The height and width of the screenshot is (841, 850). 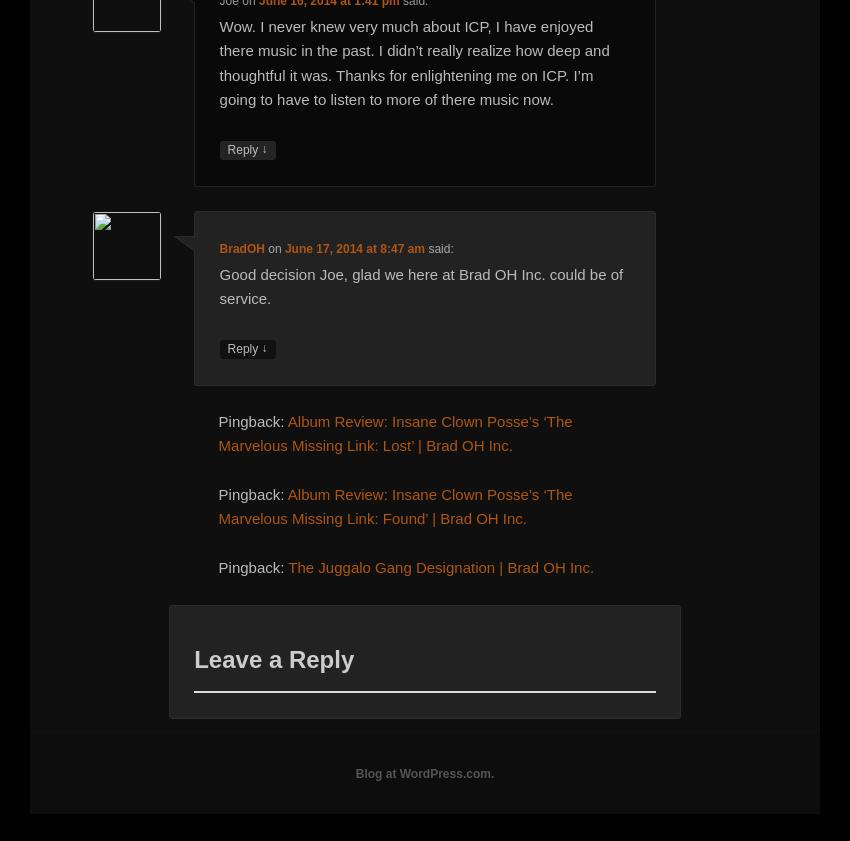 I want to click on 'Blog at WordPress.com.', so click(x=424, y=773).